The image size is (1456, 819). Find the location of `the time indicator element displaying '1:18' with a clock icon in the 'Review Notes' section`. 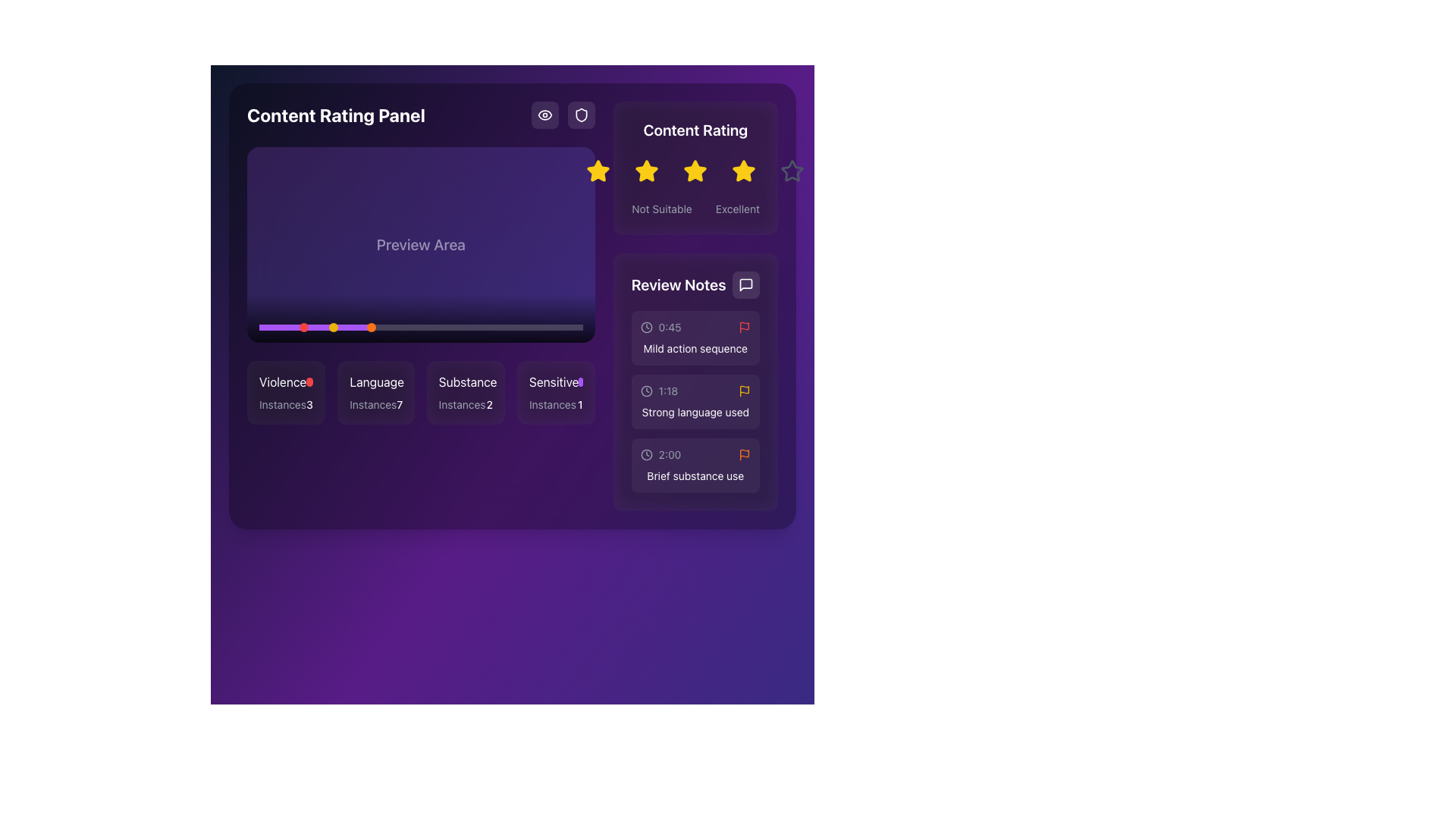

the time indicator element displaying '1:18' with a clock icon in the 'Review Notes' section is located at coordinates (659, 391).